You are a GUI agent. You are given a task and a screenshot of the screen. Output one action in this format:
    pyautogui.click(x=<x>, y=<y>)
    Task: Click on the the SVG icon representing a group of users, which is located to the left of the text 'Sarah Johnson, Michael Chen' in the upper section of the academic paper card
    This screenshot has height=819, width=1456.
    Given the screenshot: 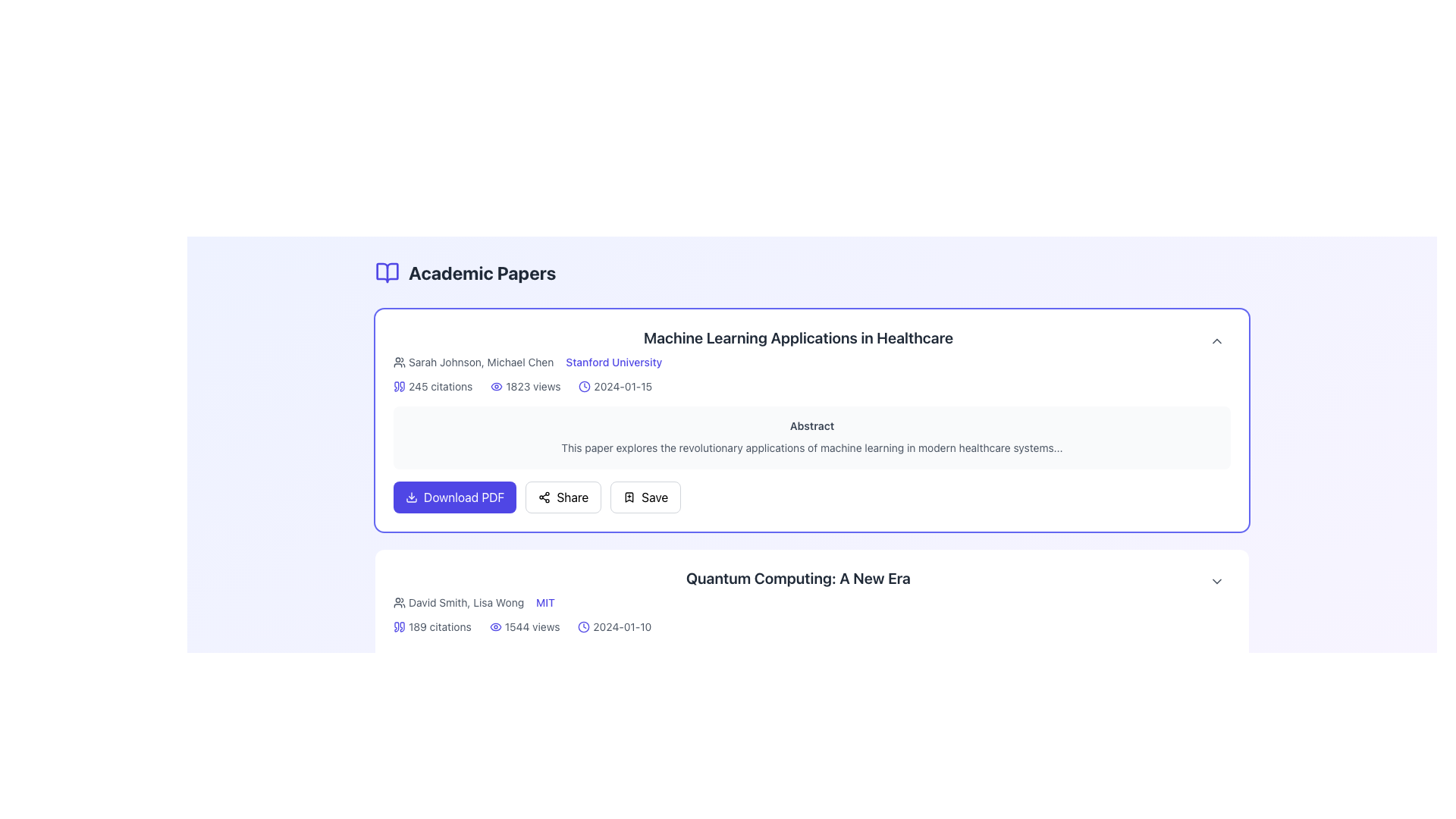 What is the action you would take?
    pyautogui.click(x=400, y=362)
    